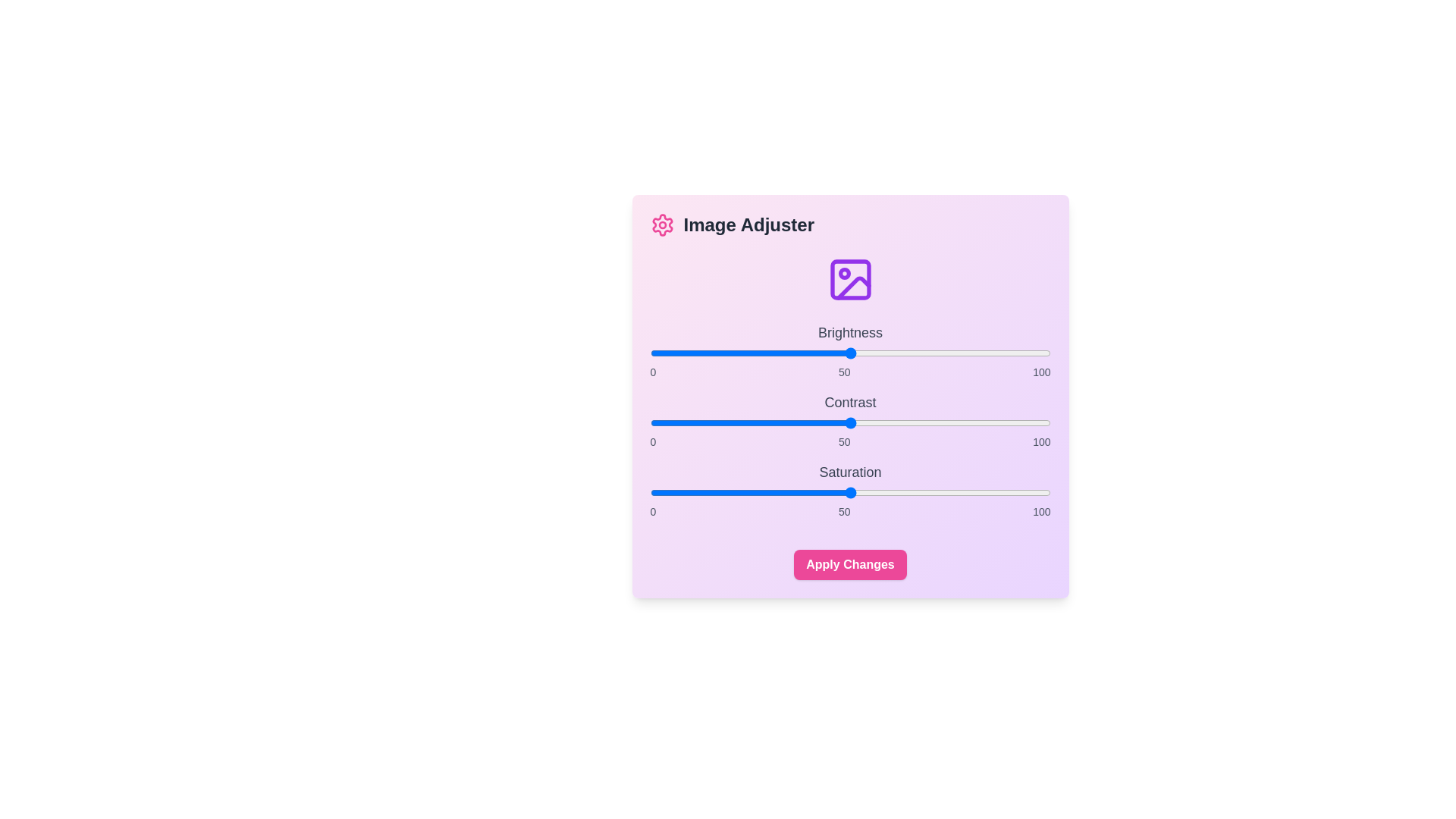  What do you see at coordinates (986, 353) in the screenshot?
I see `the brightness slider to 84 value` at bounding box center [986, 353].